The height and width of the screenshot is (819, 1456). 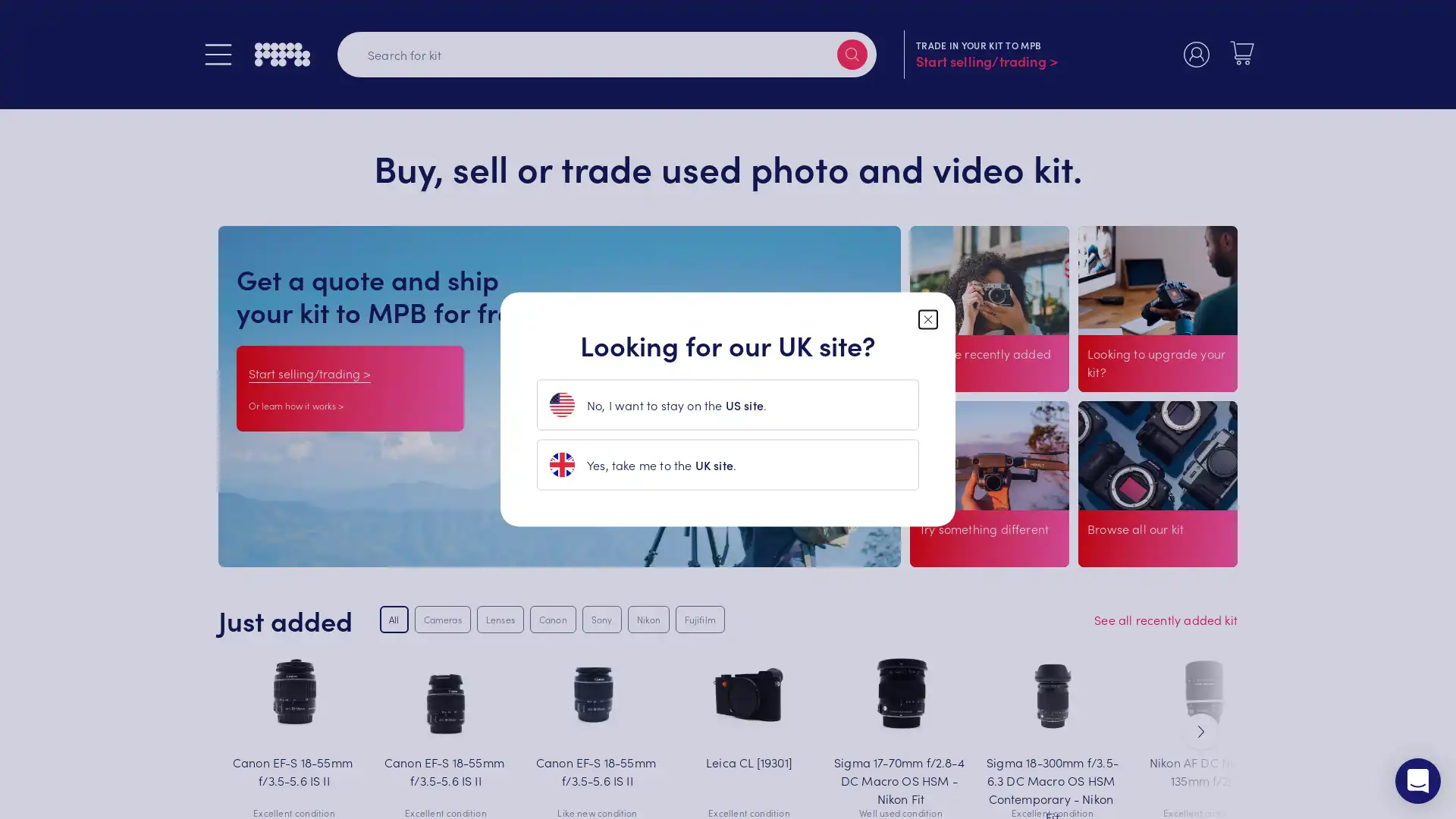 What do you see at coordinates (1241, 52) in the screenshot?
I see `Cart` at bounding box center [1241, 52].